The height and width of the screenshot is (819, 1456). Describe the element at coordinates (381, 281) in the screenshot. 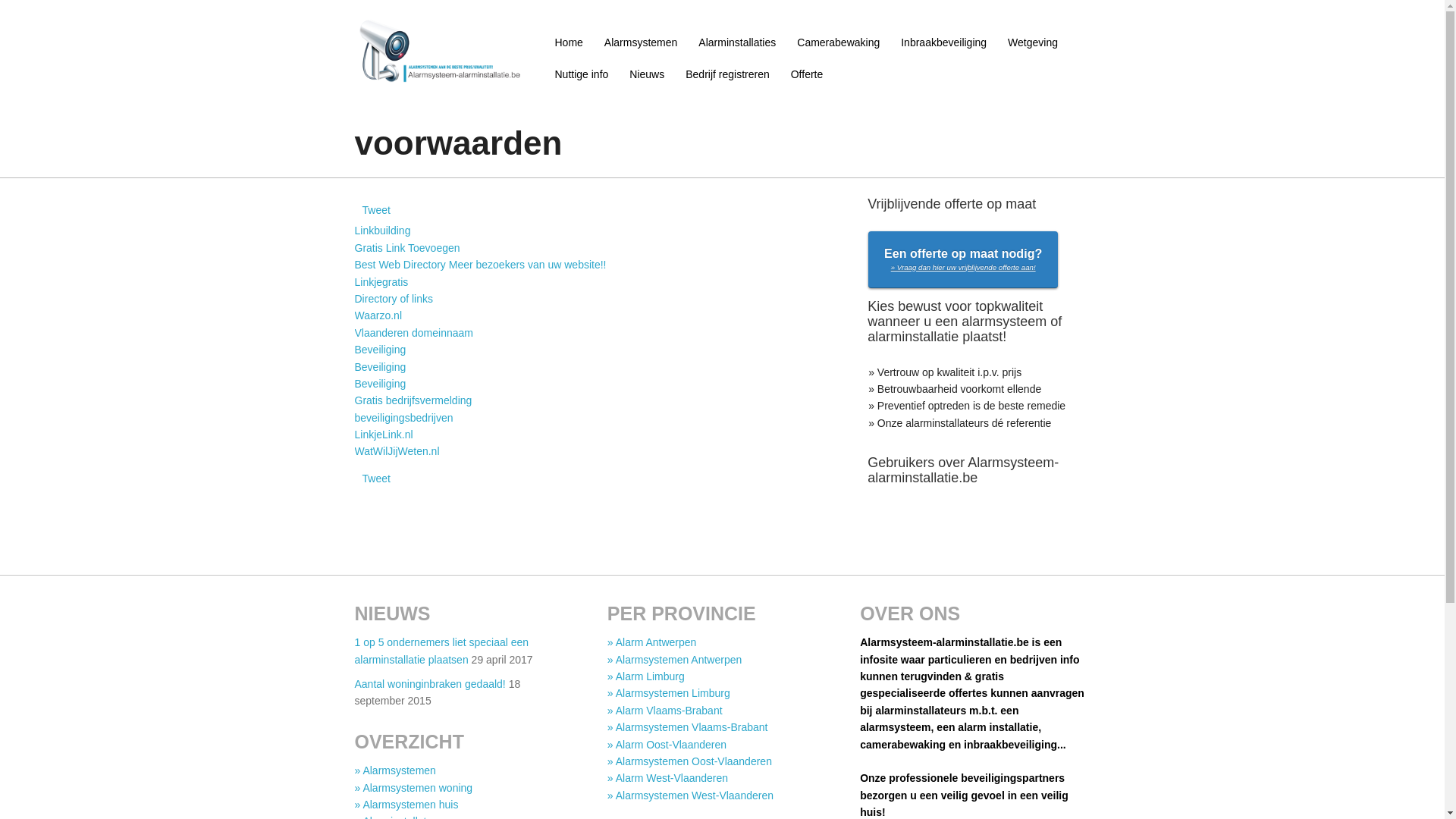

I see `'Linkjegratis'` at that location.